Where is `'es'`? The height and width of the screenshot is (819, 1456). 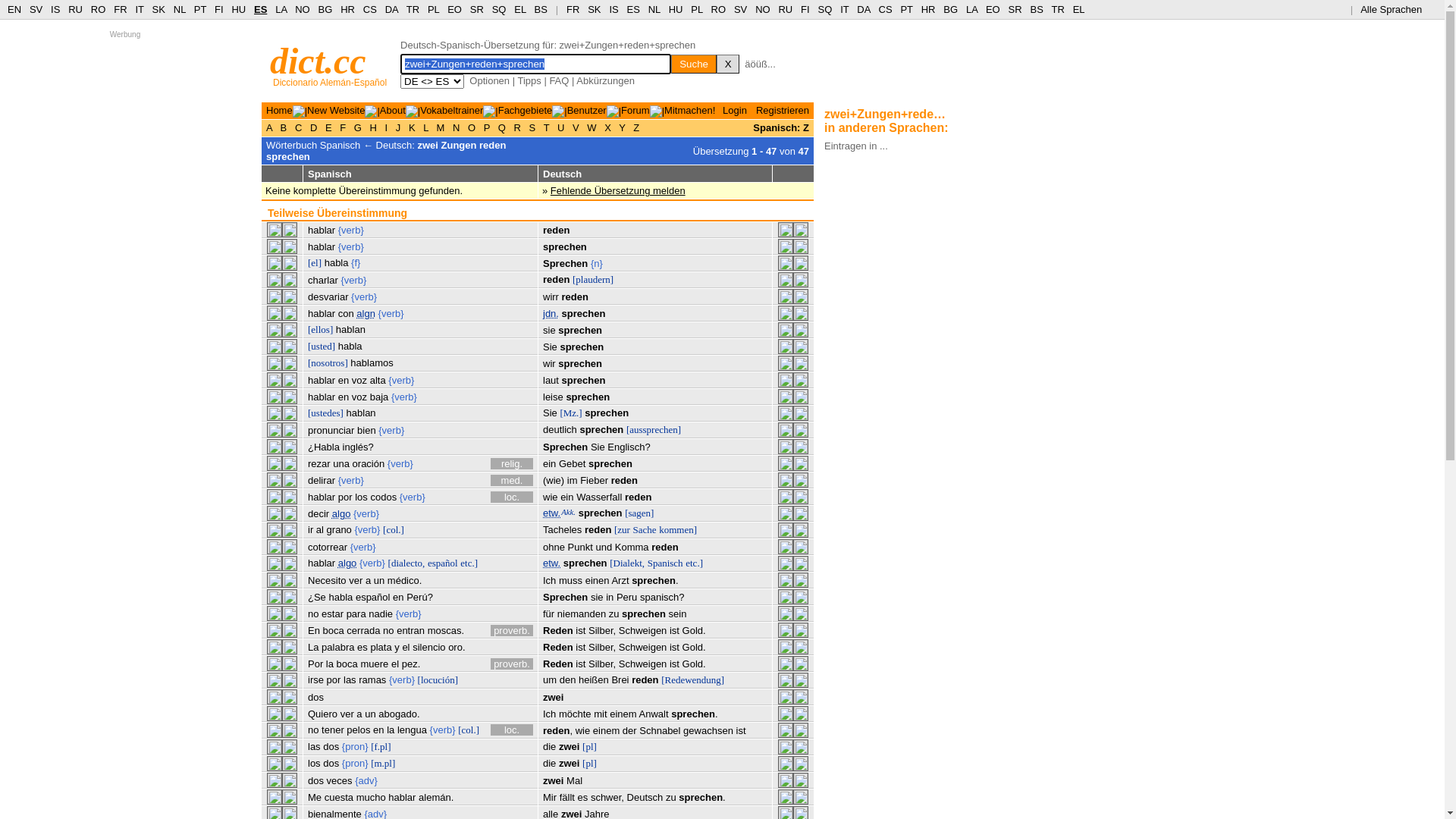 'es' is located at coordinates (356, 647).